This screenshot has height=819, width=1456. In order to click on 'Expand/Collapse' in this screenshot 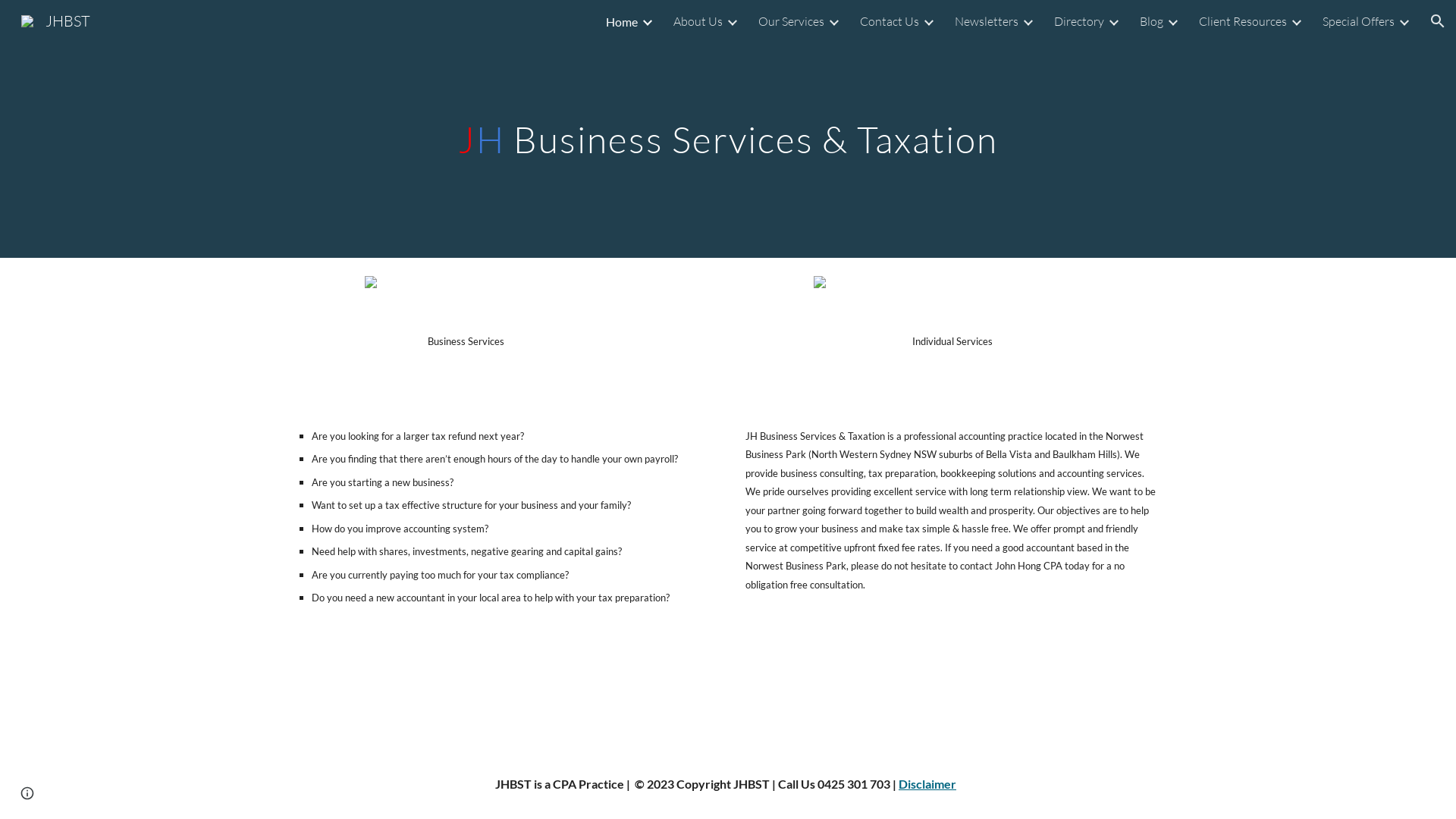, I will do `click(1027, 20)`.